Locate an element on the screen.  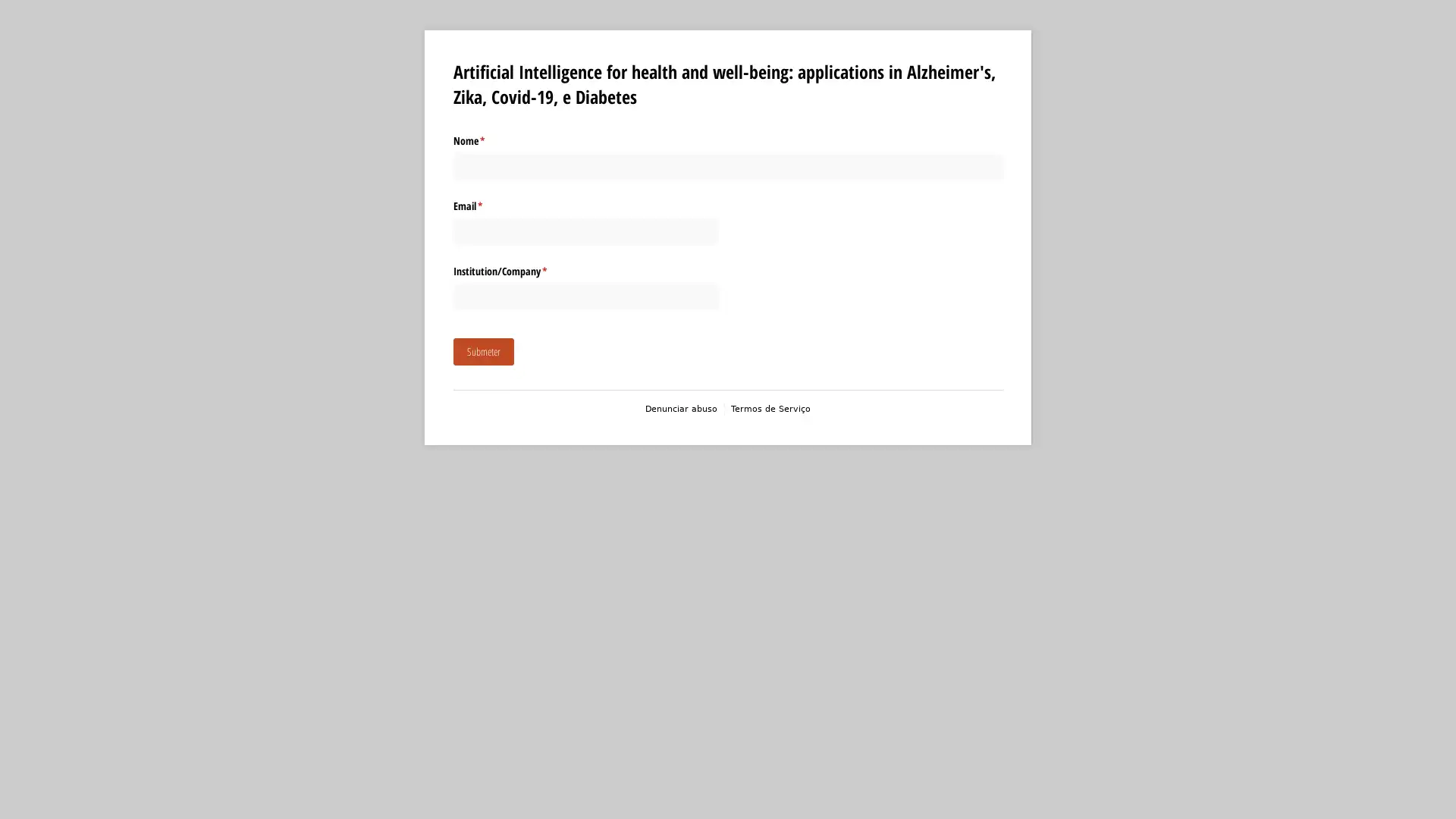
Submeter is located at coordinates (482, 351).